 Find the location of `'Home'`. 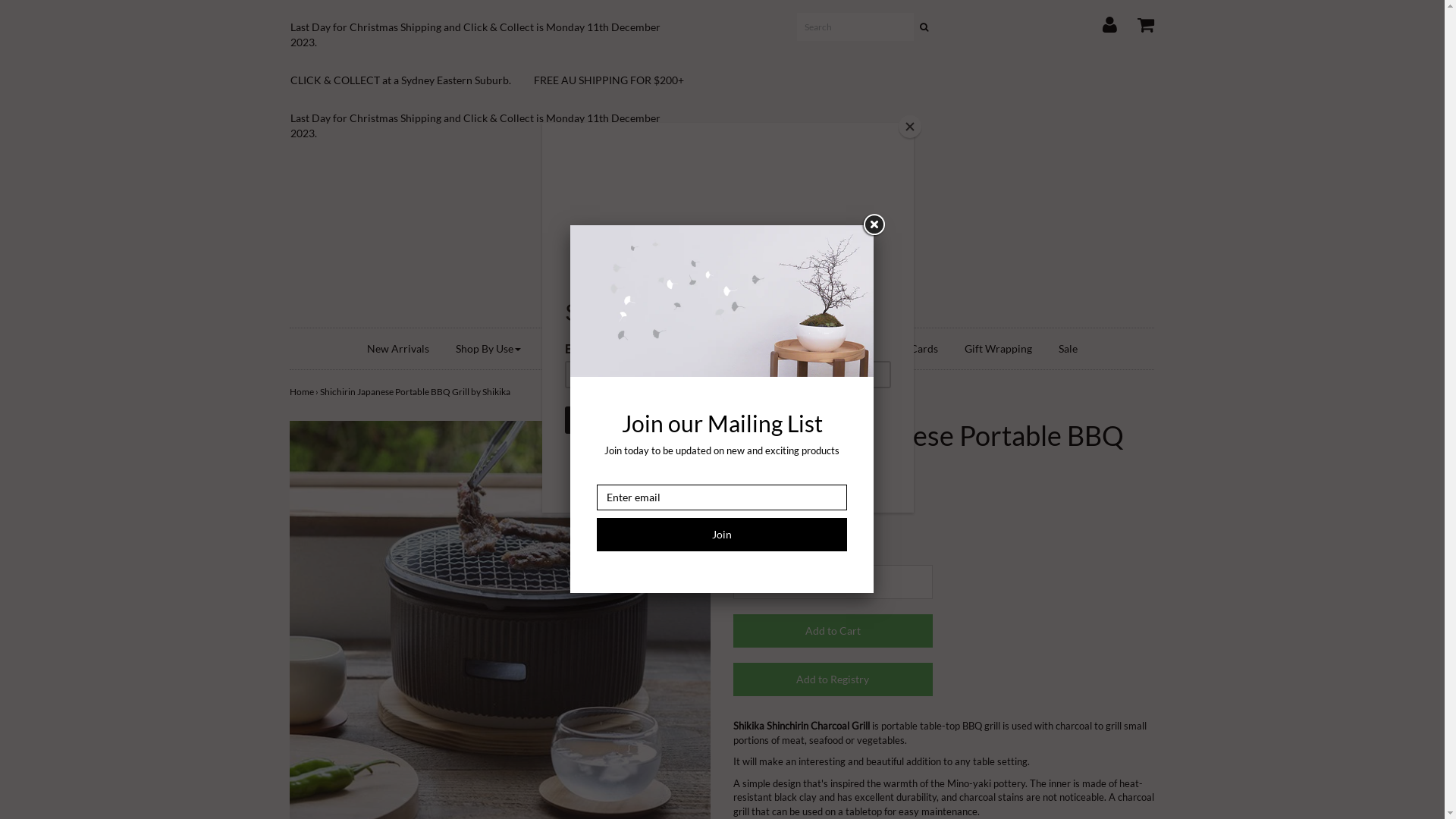

'Home' is located at coordinates (290, 391).